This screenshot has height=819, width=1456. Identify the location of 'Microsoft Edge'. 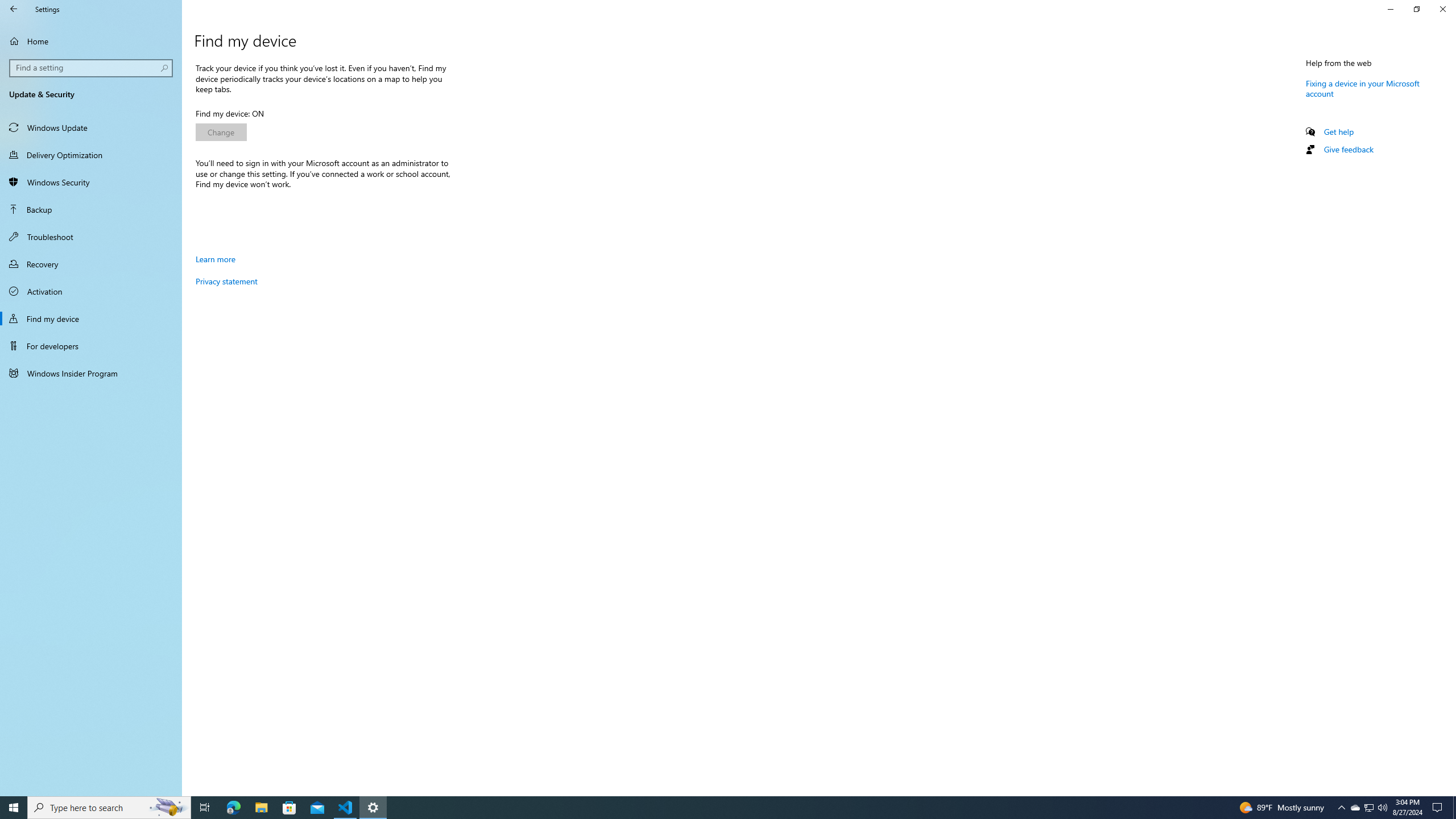
(233, 806).